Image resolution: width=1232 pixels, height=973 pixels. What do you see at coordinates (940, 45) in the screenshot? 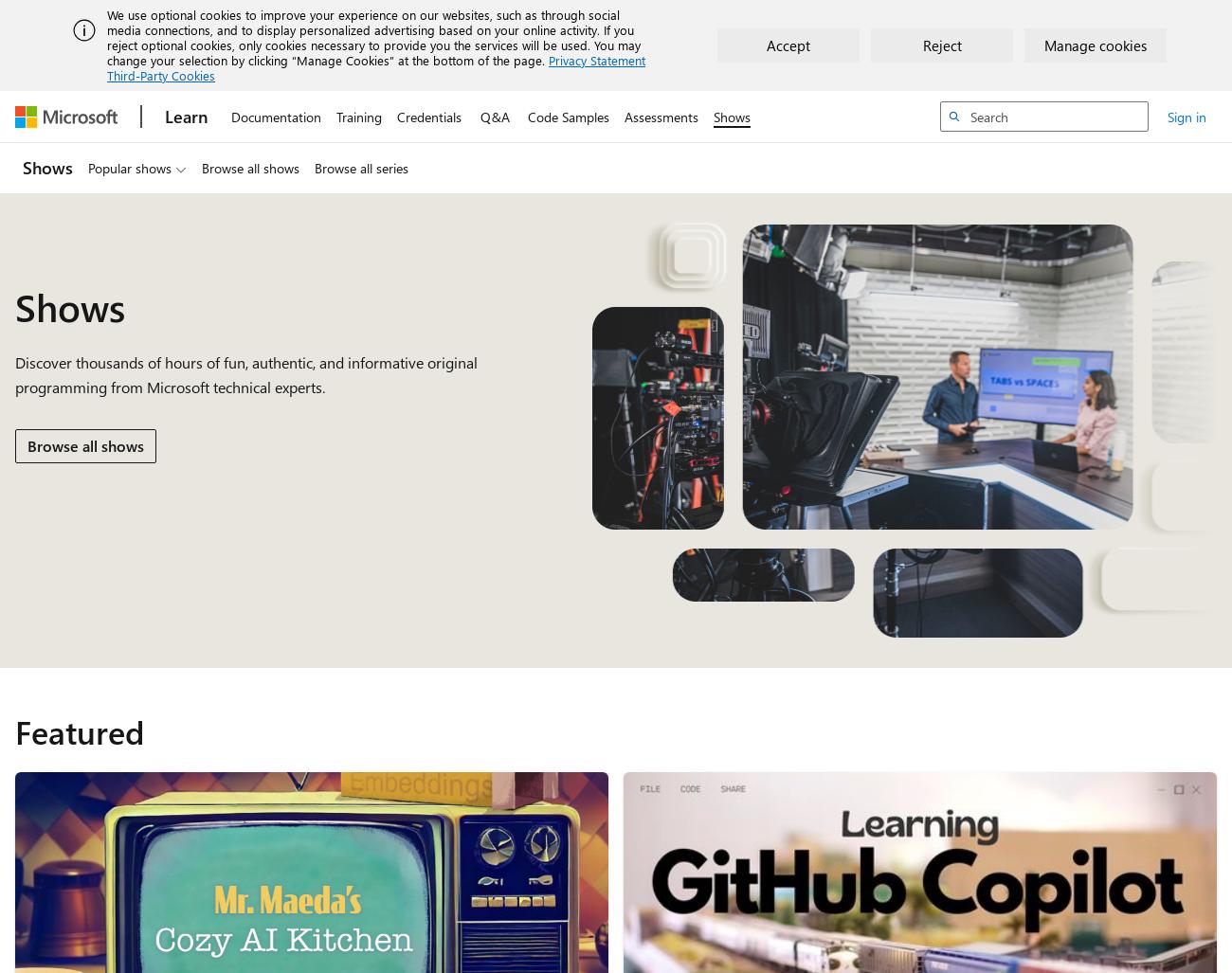
I see `'Reject'` at bounding box center [940, 45].